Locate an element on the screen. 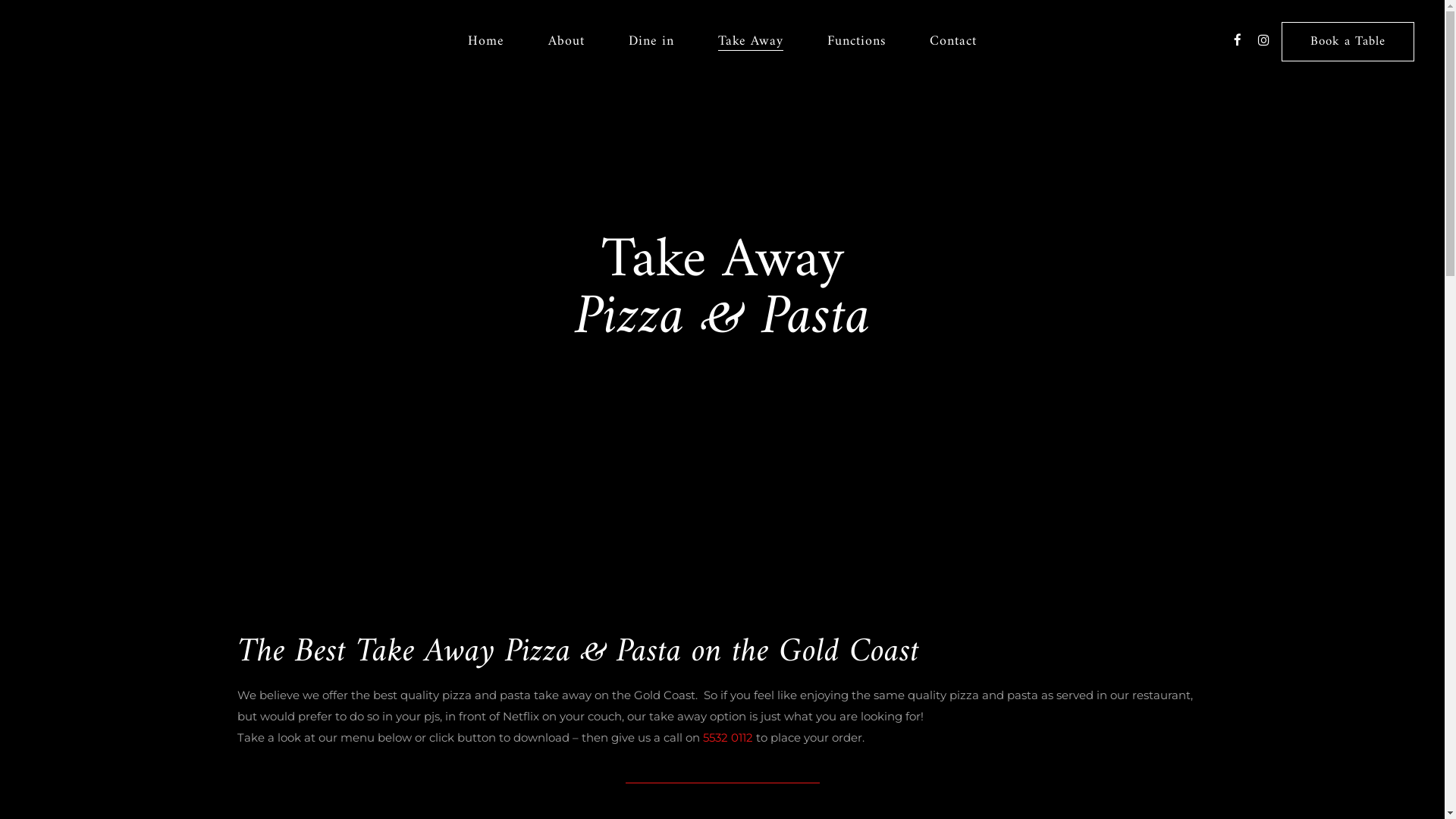 The width and height of the screenshot is (1456, 819). '5532 0112' is located at coordinates (726, 736).